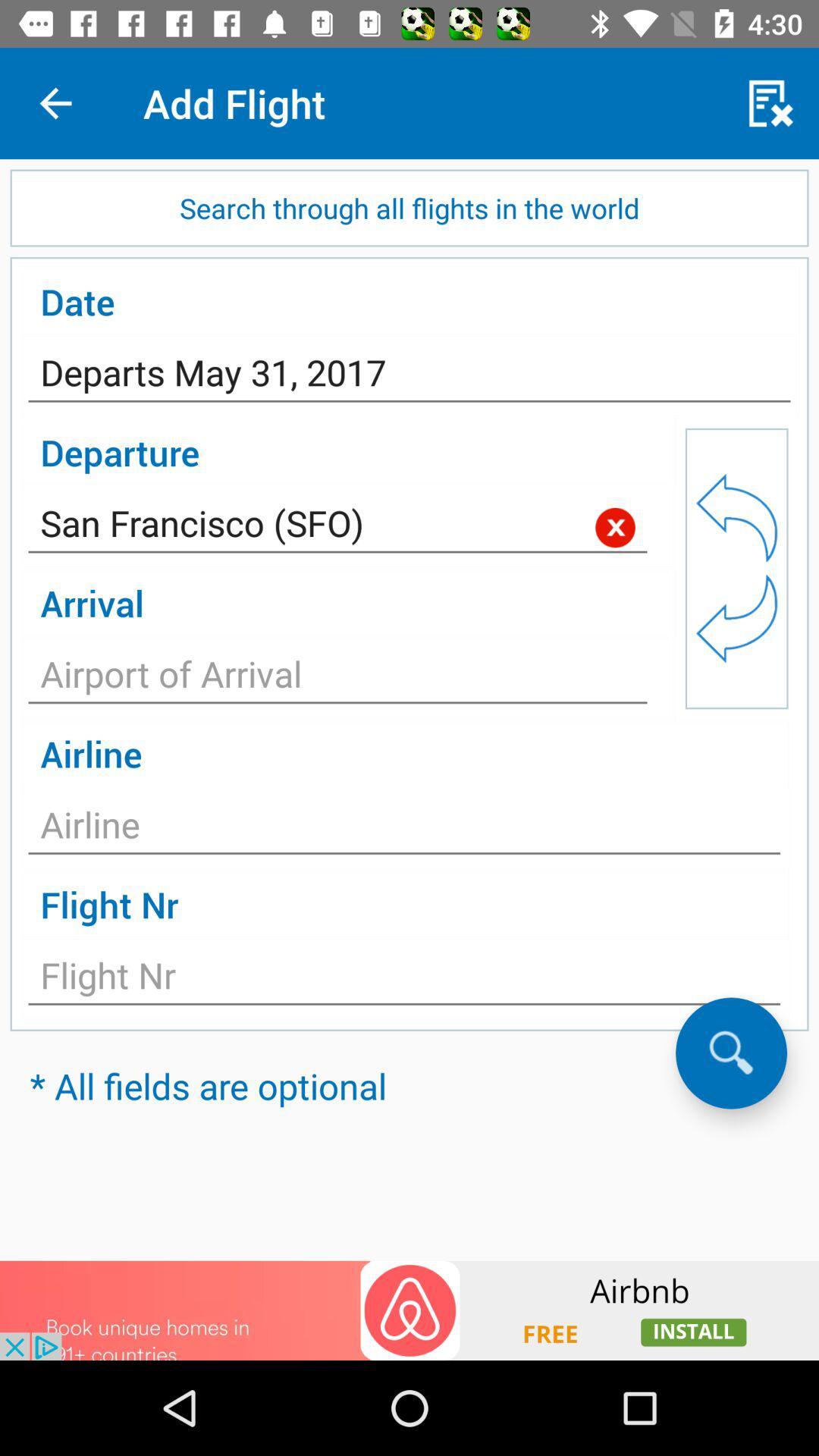 This screenshot has width=819, height=1456. What do you see at coordinates (730, 1052) in the screenshot?
I see `the search icon` at bounding box center [730, 1052].